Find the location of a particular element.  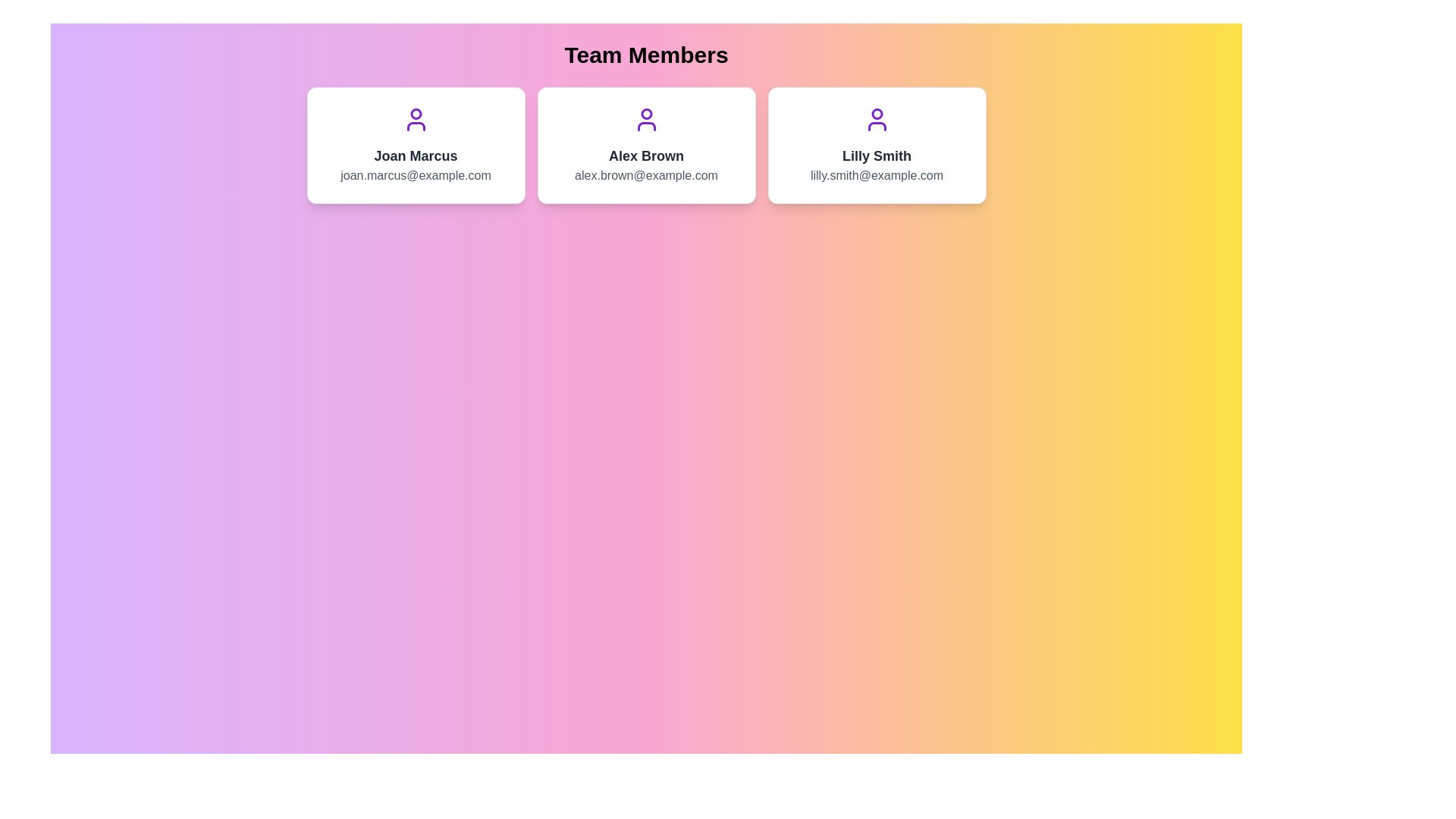

directly on the circular avatar icon of the user silhouette for the team member profile of 'Alex Brown' is located at coordinates (646, 113).